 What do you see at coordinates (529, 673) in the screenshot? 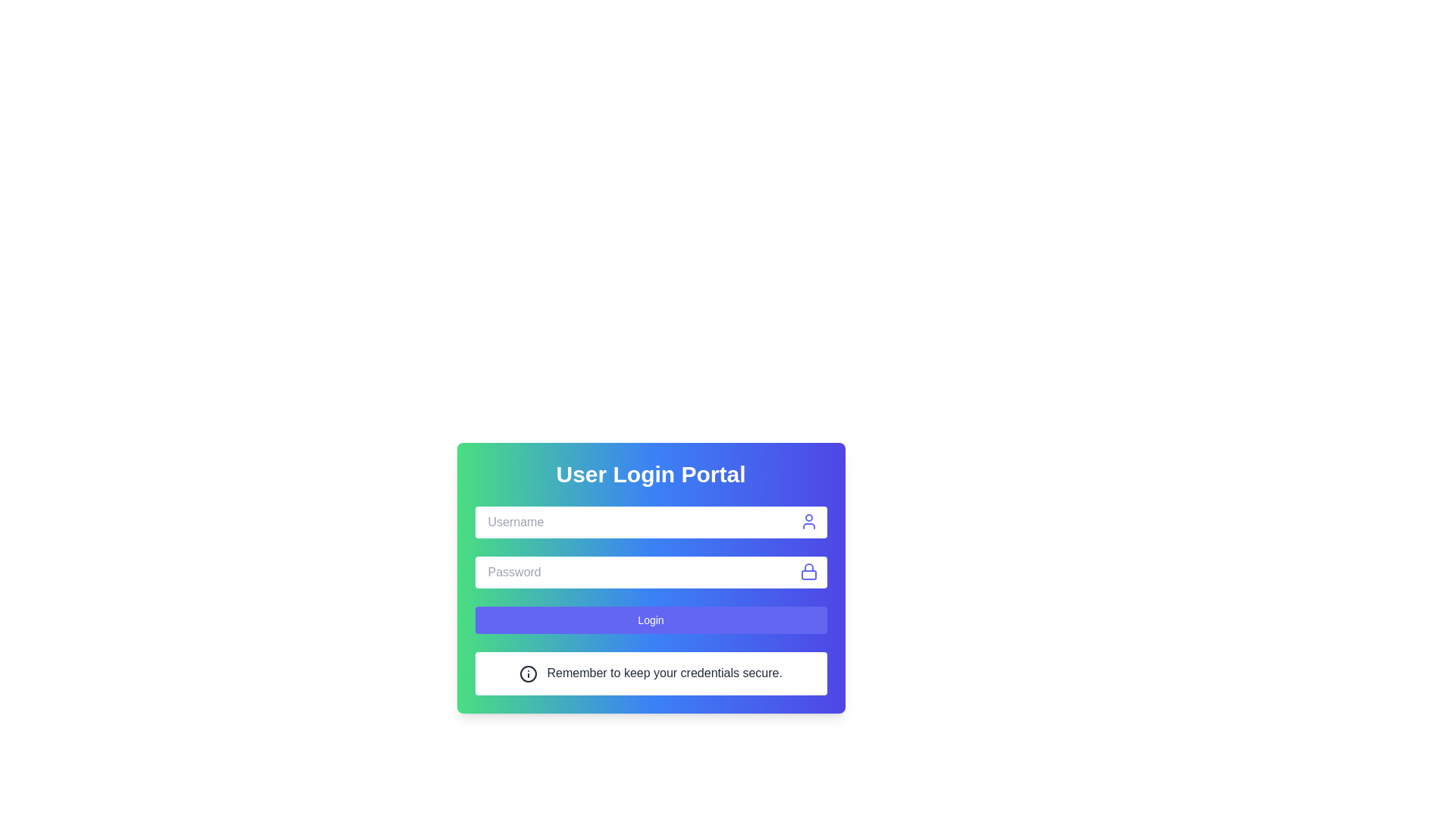
I see `the circular icon representing an alert or information symbol, located to the left of the 'Remember to keep your credentials secure.' text line` at bounding box center [529, 673].